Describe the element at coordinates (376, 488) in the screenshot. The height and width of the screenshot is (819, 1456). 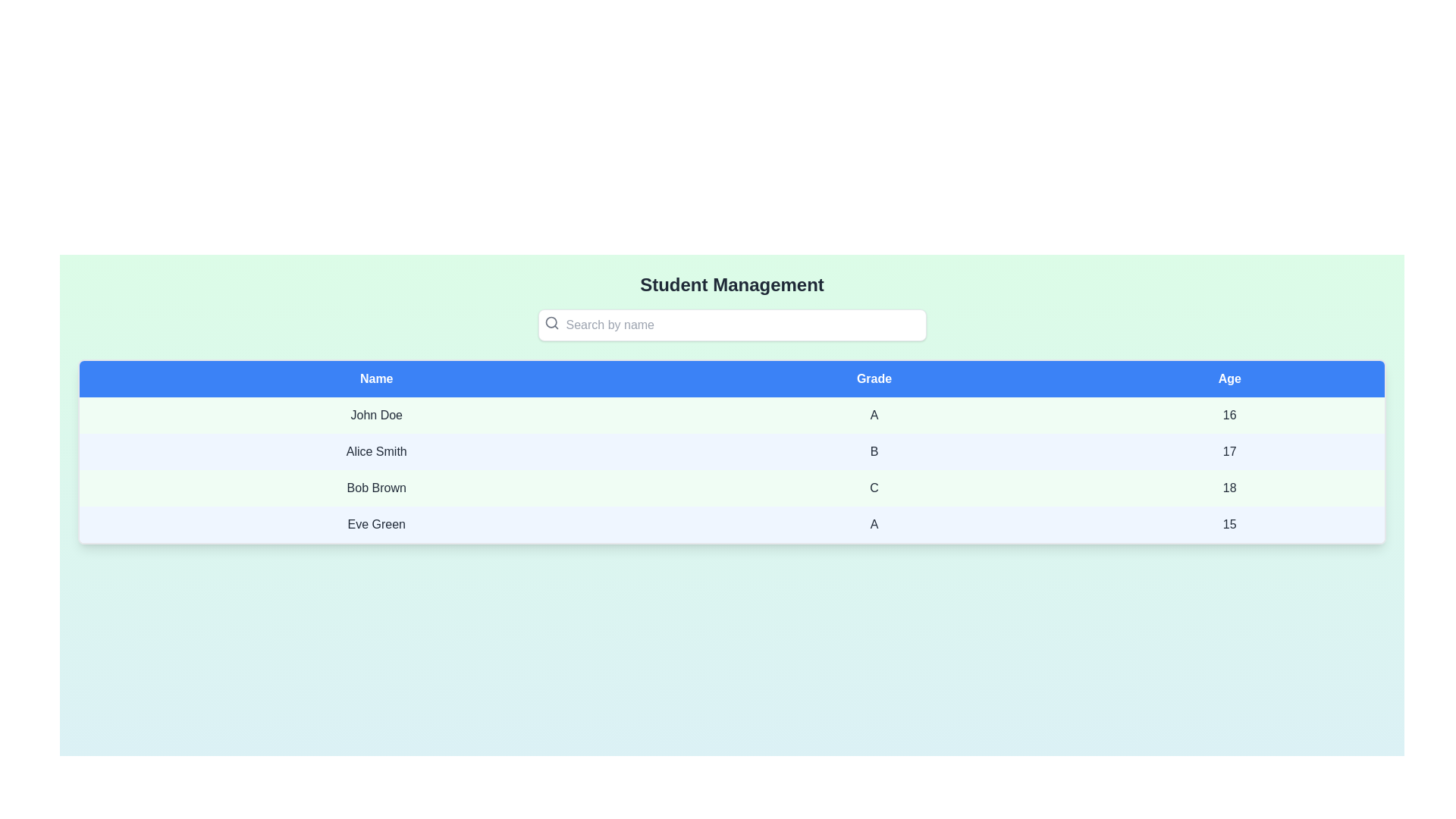
I see `the Text Display element that shows 'Bob Brown' in bold black font, located in the first column of the third row under the 'Name' header of a table` at that location.